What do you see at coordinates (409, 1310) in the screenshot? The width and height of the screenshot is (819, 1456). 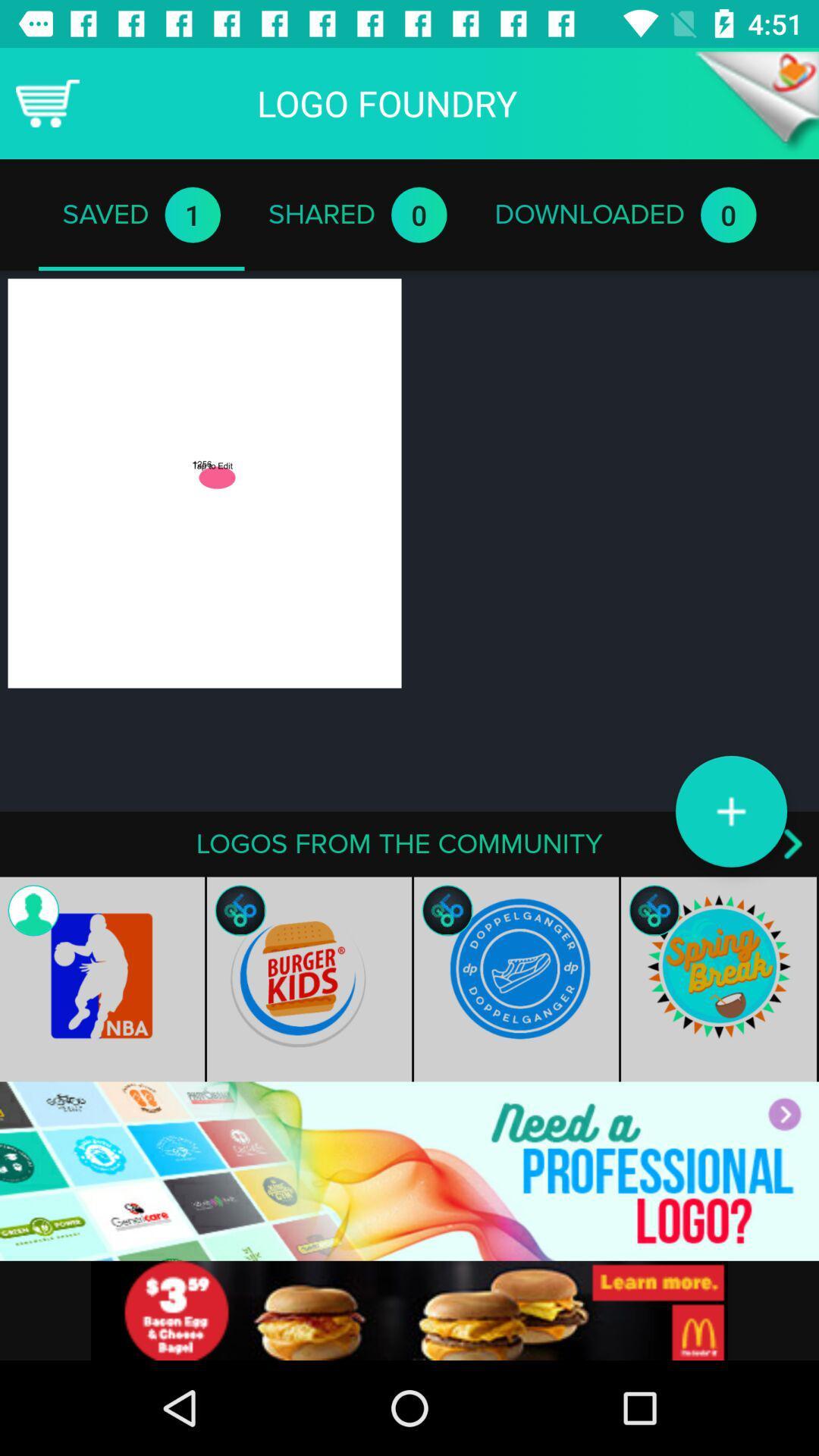 I see `share the article` at bounding box center [409, 1310].